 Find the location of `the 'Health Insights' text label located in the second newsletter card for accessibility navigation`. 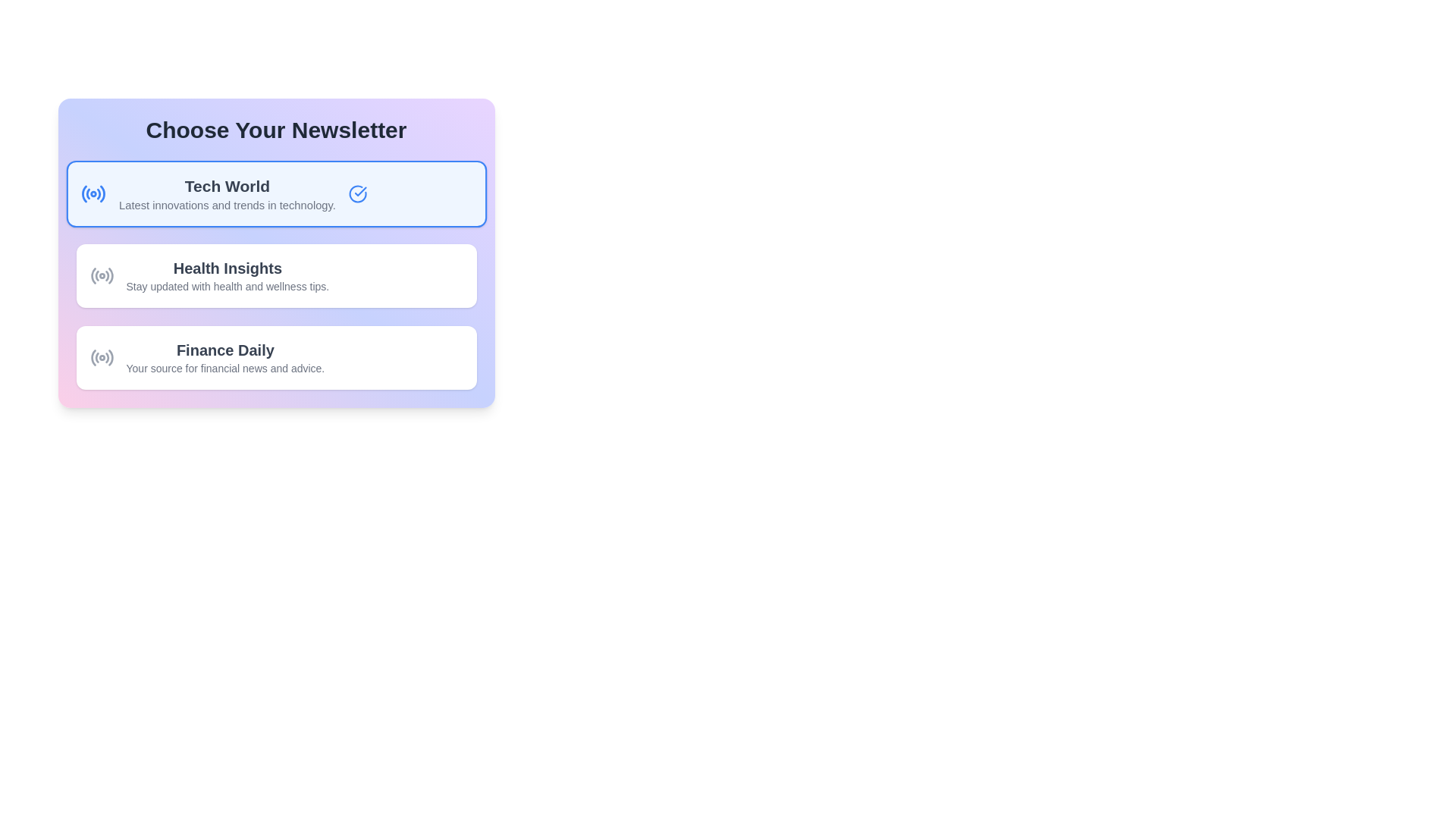

the 'Health Insights' text label located in the second newsletter card for accessibility navigation is located at coordinates (227, 268).